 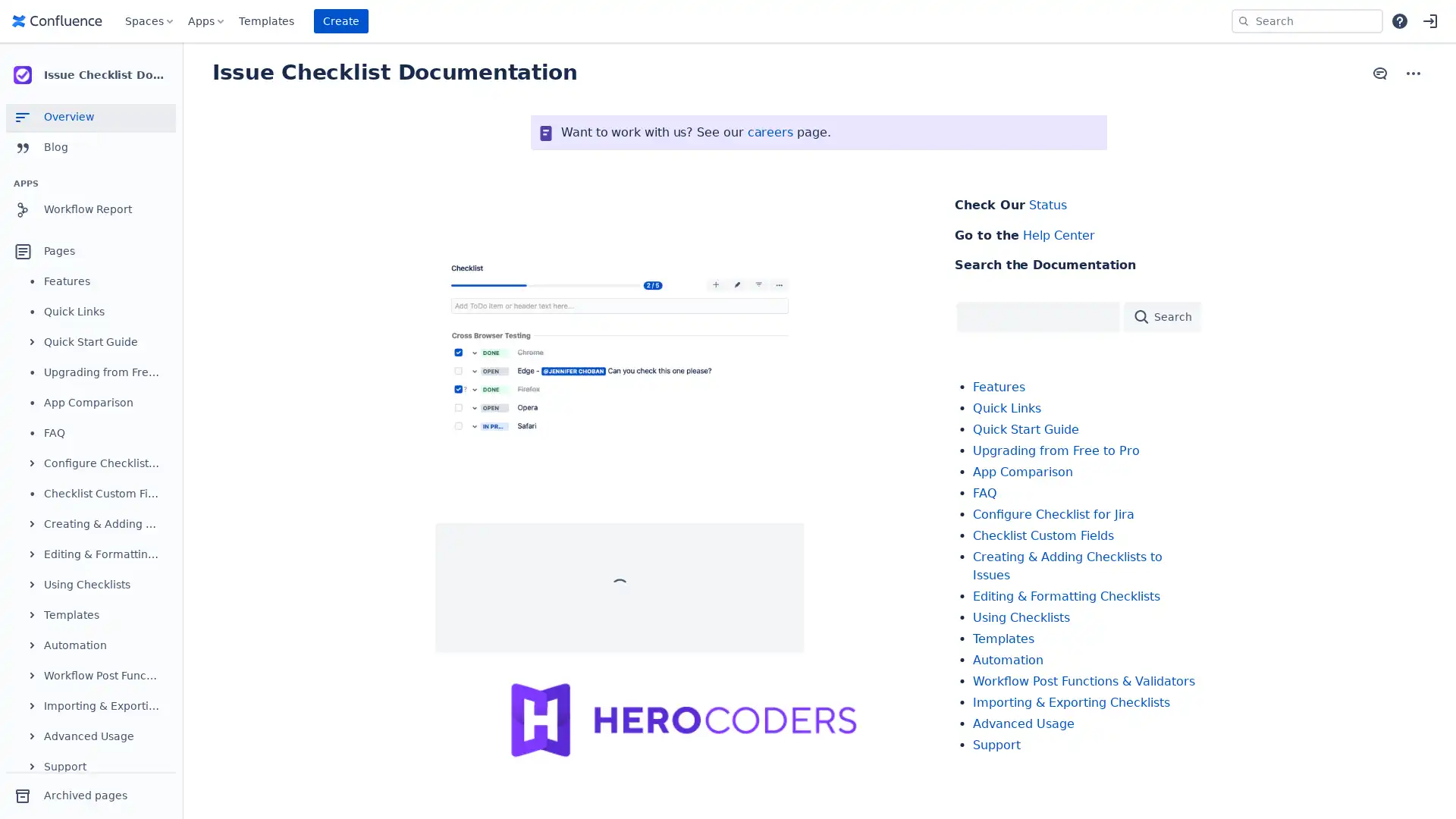 What do you see at coordinates (90, 148) in the screenshot?
I see `Blog` at bounding box center [90, 148].